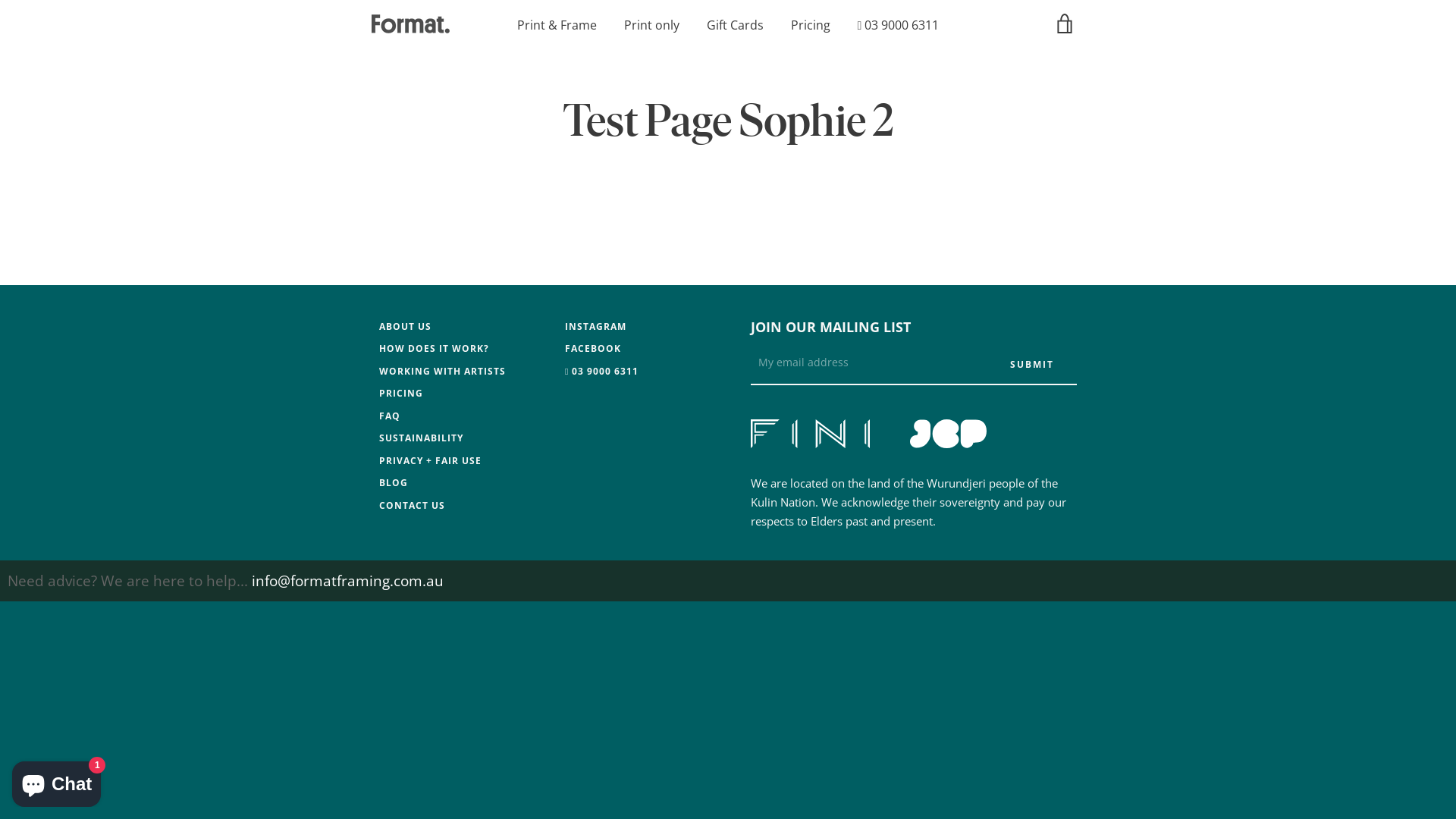 The width and height of the screenshot is (1456, 819). What do you see at coordinates (7, 780) in the screenshot?
I see `'Shopify online store chat'` at bounding box center [7, 780].